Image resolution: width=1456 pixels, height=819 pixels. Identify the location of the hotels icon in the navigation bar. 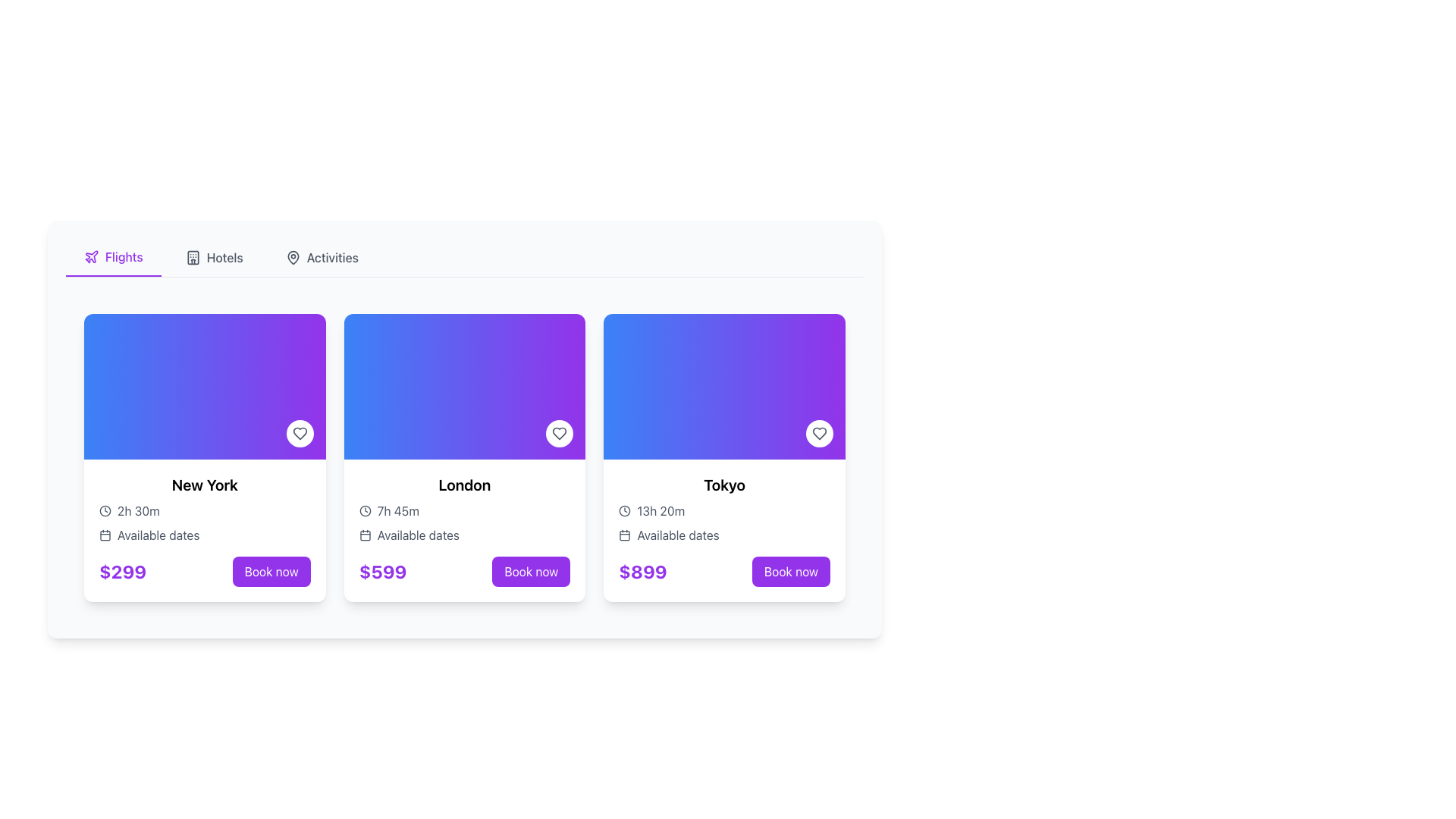
(192, 256).